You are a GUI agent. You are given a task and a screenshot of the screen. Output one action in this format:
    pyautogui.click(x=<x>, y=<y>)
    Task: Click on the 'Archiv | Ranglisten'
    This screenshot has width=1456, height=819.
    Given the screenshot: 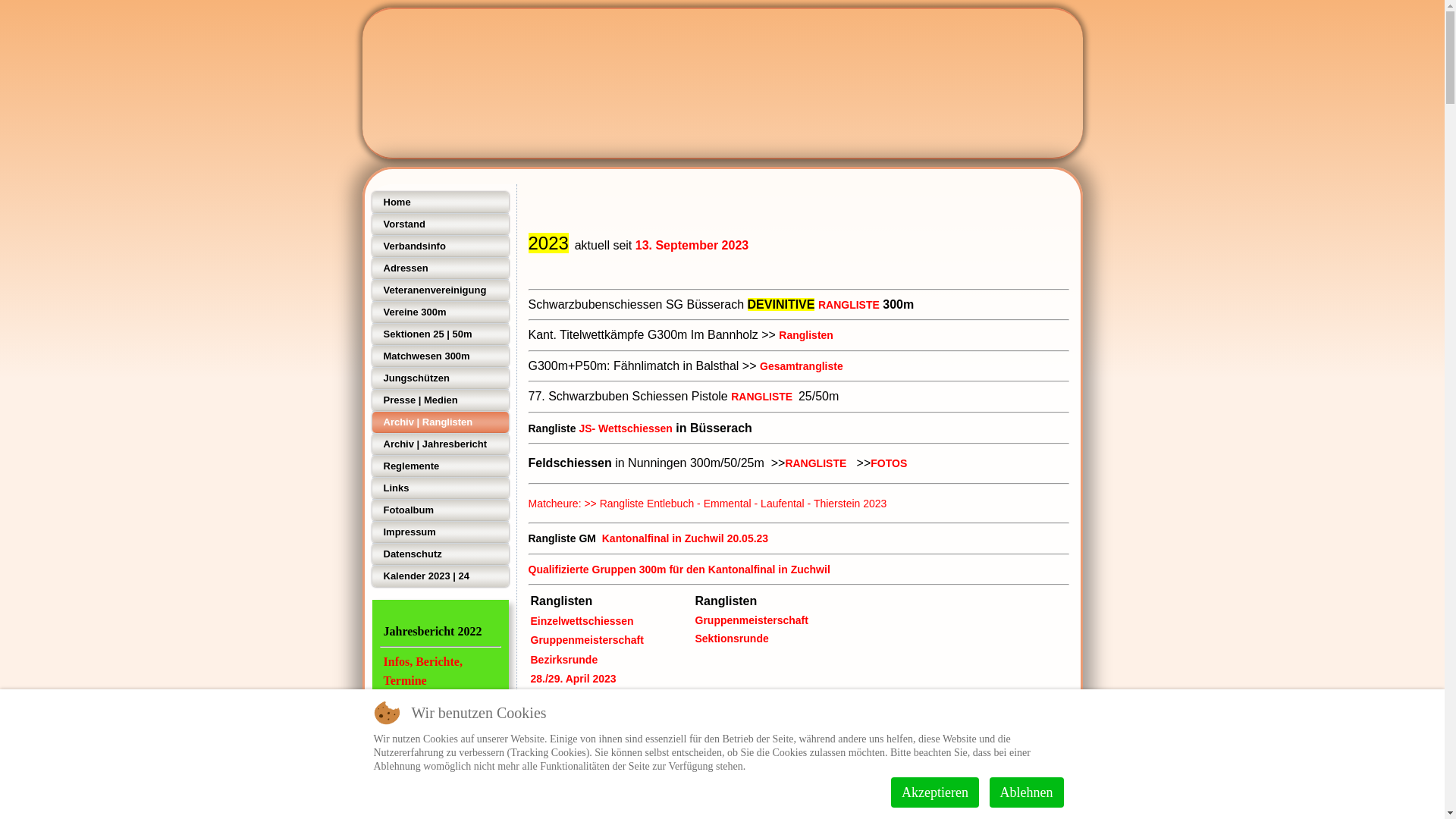 What is the action you would take?
    pyautogui.click(x=439, y=422)
    